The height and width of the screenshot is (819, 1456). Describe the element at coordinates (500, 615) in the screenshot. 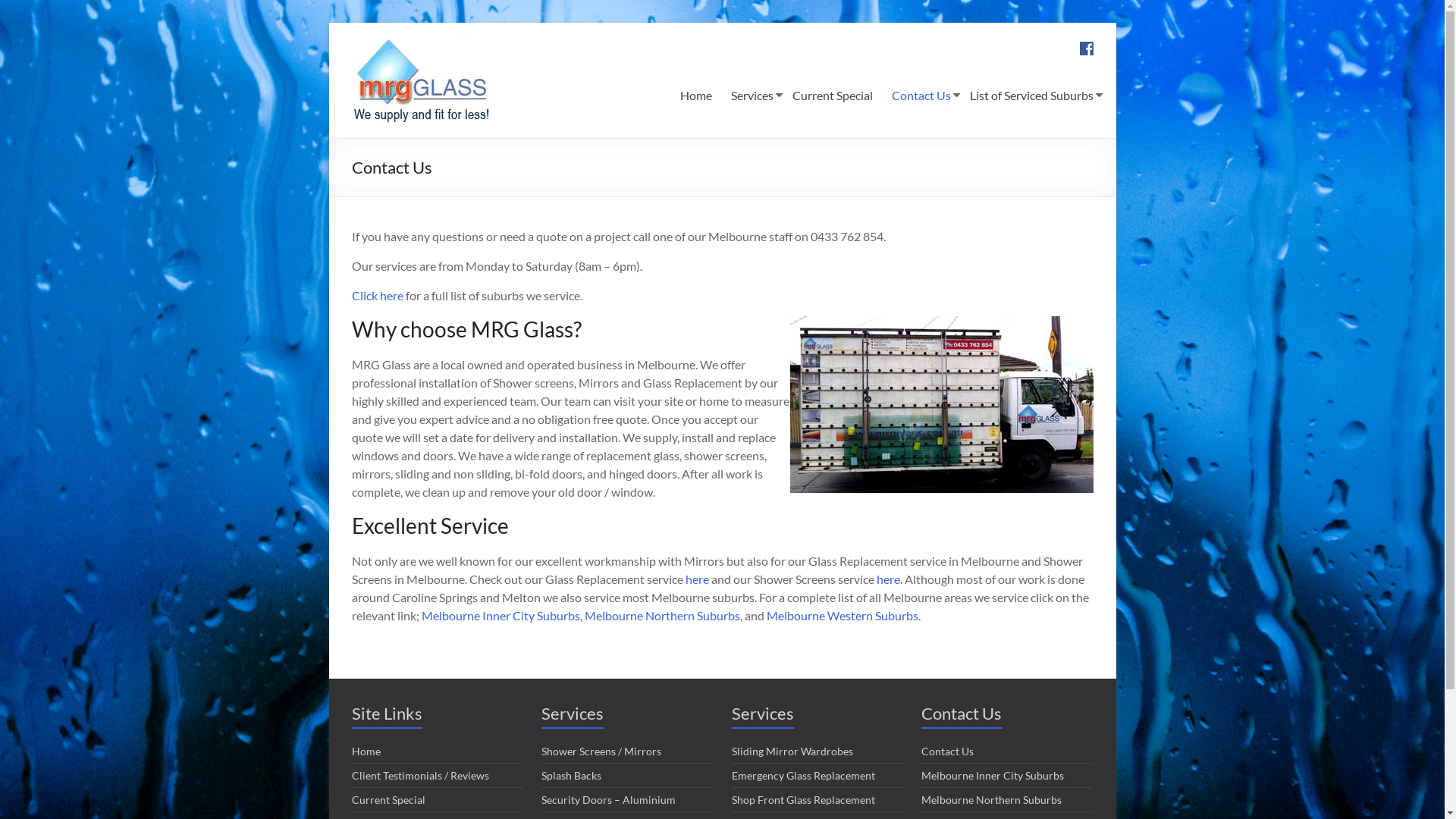

I see `'Melbourne Inner City Suburbs'` at that location.